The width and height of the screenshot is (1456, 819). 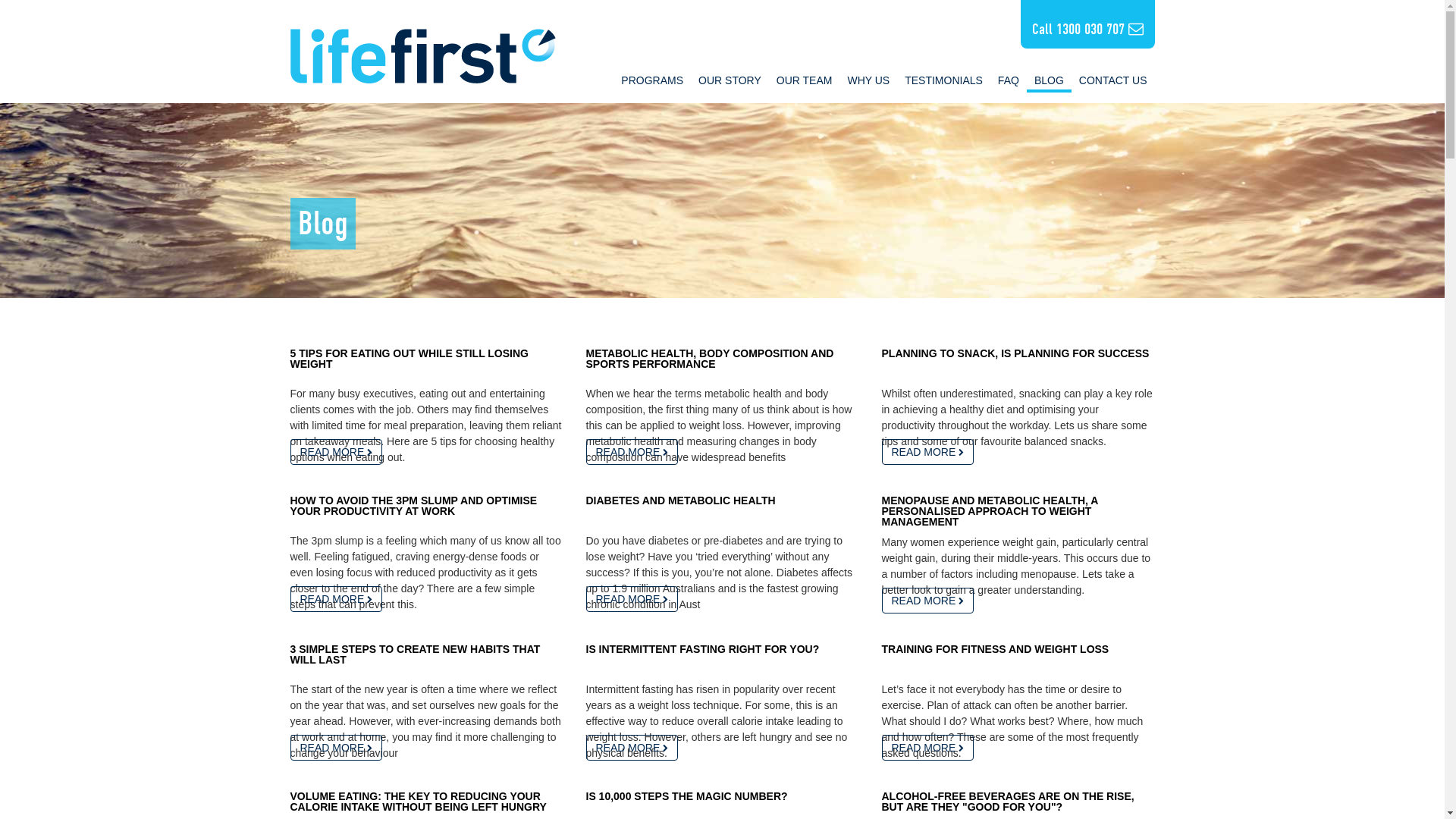 What do you see at coordinates (1099, 29) in the screenshot?
I see `'1300 030 707'` at bounding box center [1099, 29].